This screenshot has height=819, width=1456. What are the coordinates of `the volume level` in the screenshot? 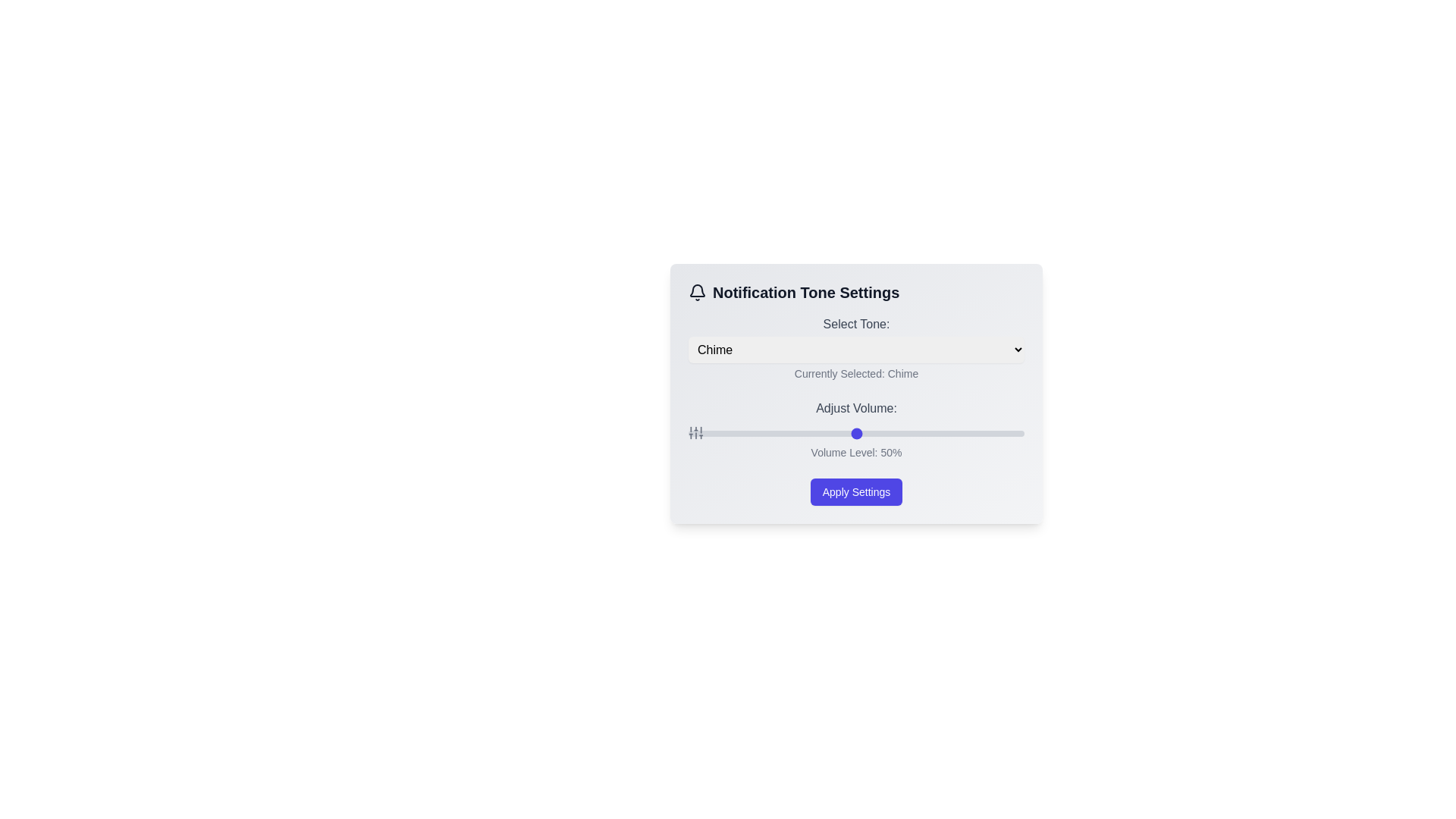 It's located at (815, 433).